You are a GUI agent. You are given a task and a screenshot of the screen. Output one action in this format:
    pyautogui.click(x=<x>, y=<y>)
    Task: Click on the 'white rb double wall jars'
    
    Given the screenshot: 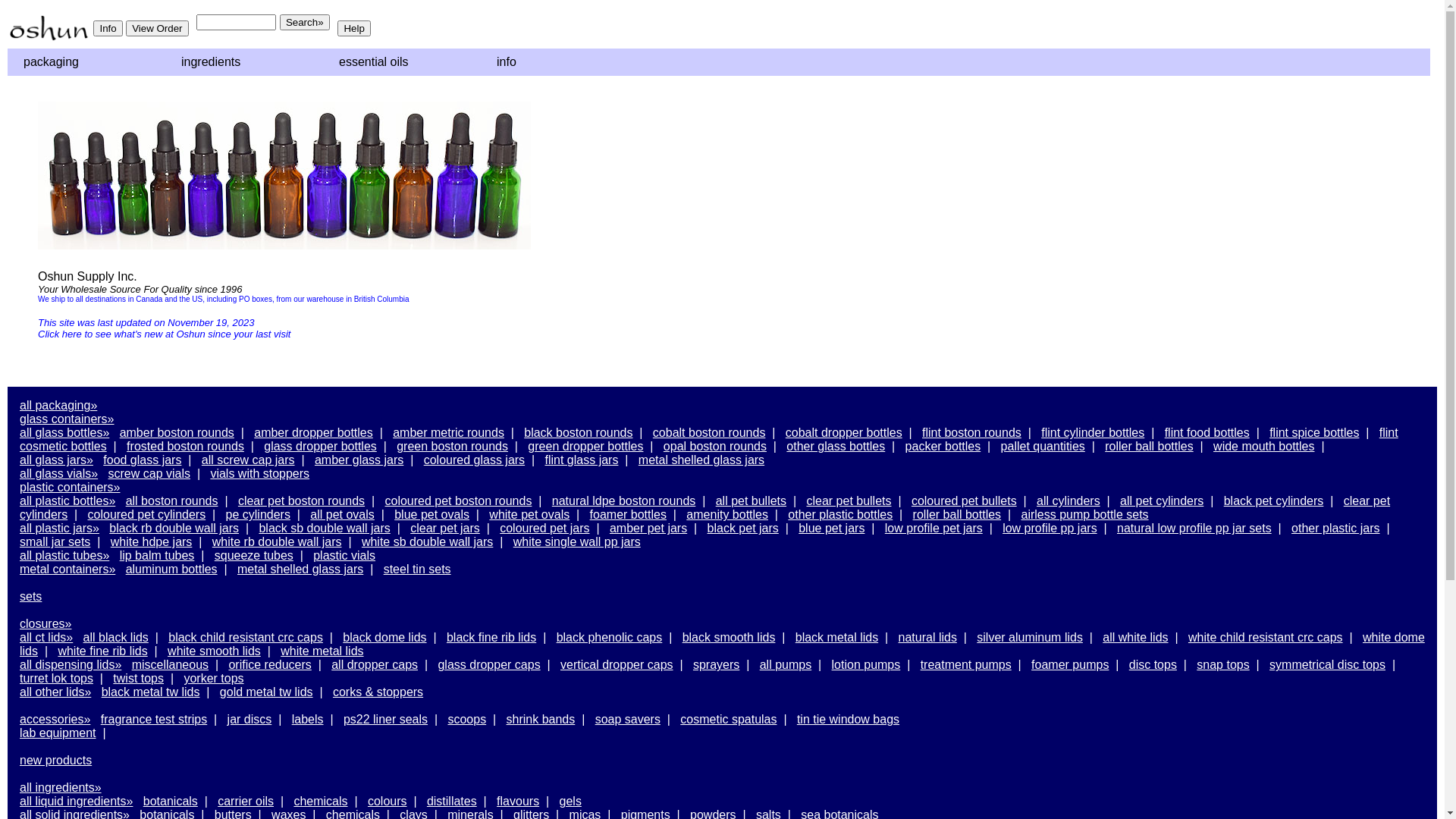 What is the action you would take?
    pyautogui.click(x=277, y=541)
    